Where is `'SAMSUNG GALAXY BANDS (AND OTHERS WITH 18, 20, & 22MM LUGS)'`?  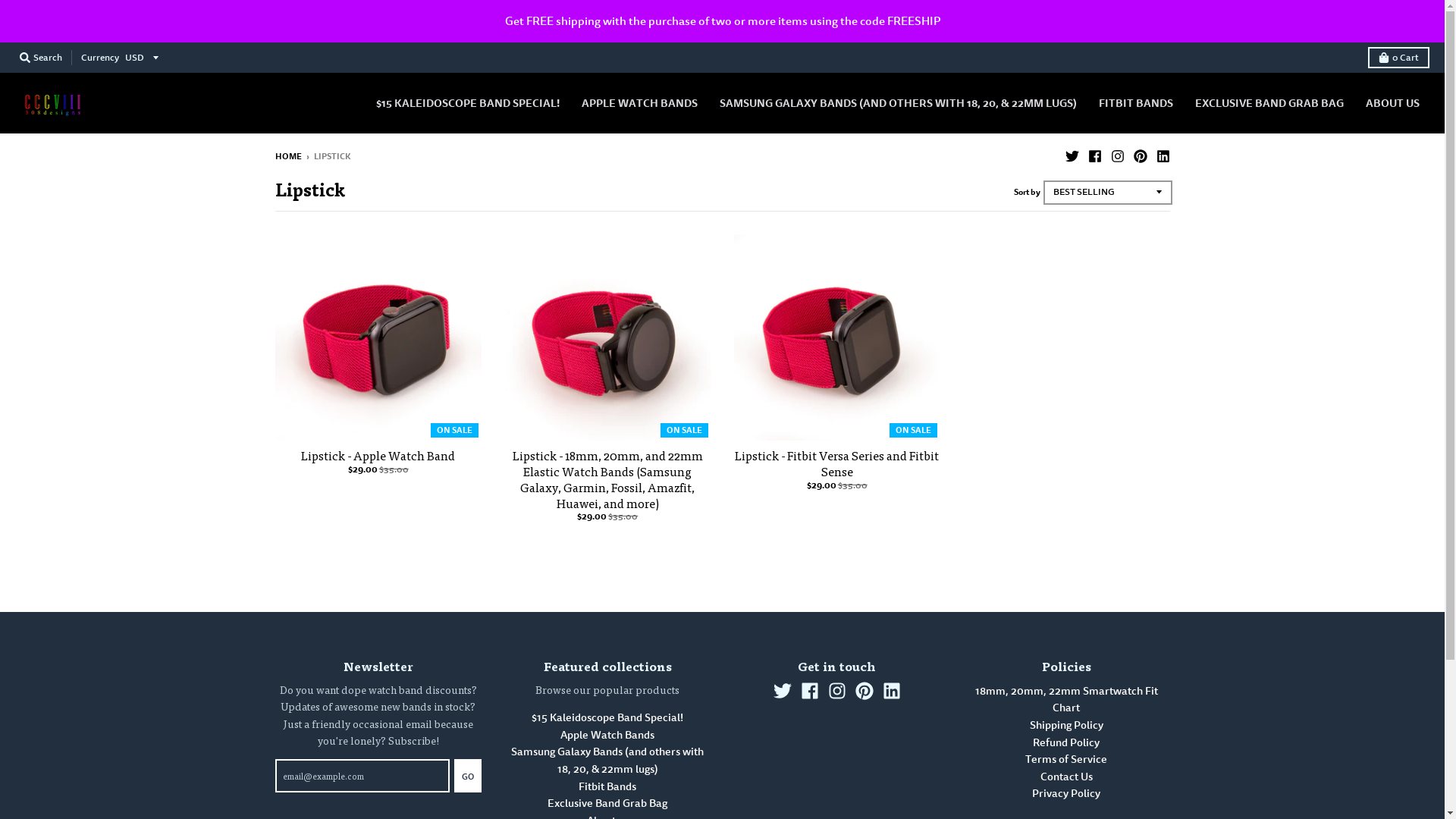
'SAMSUNG GALAXY BANDS (AND OTHERS WITH 18, 20, & 22MM LUGS)' is located at coordinates (898, 102).